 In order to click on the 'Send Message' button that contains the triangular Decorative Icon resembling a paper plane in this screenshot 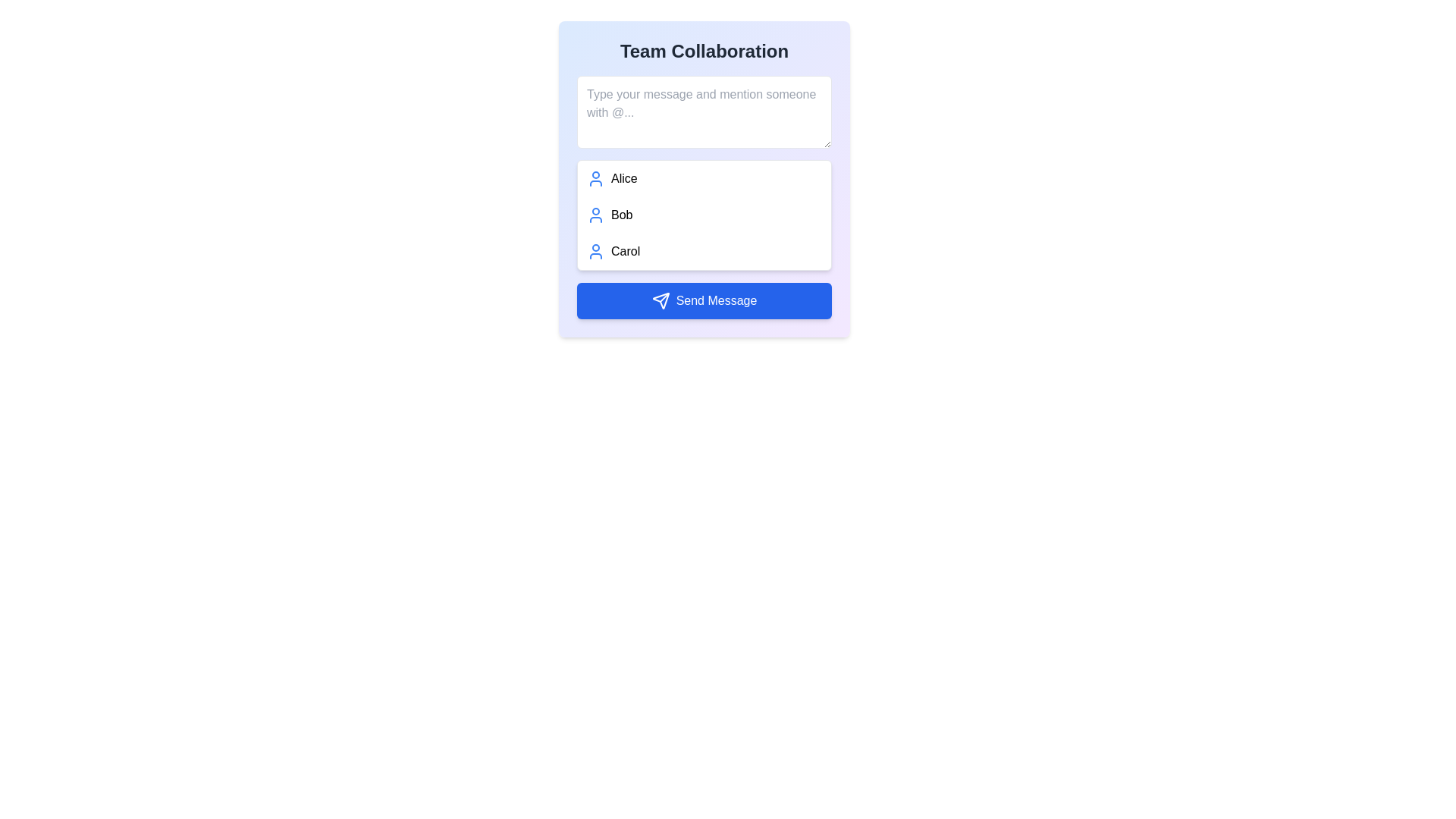, I will do `click(661, 301)`.